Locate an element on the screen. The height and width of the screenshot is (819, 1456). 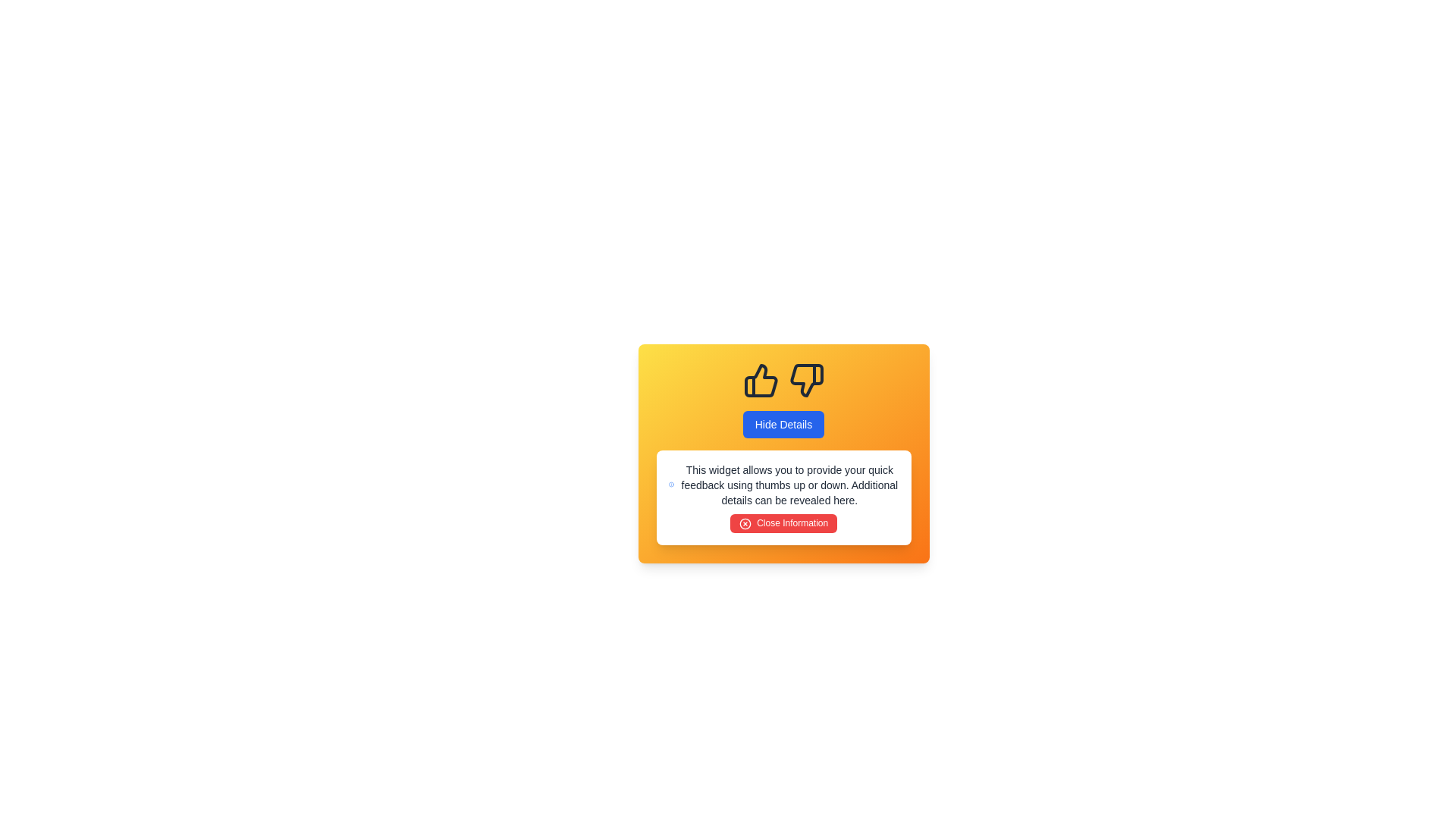
the feedback icon/button located as the second element in a horizontal group of feedback buttons, positioned to the right of the thumbs-up icon is located at coordinates (805, 379).